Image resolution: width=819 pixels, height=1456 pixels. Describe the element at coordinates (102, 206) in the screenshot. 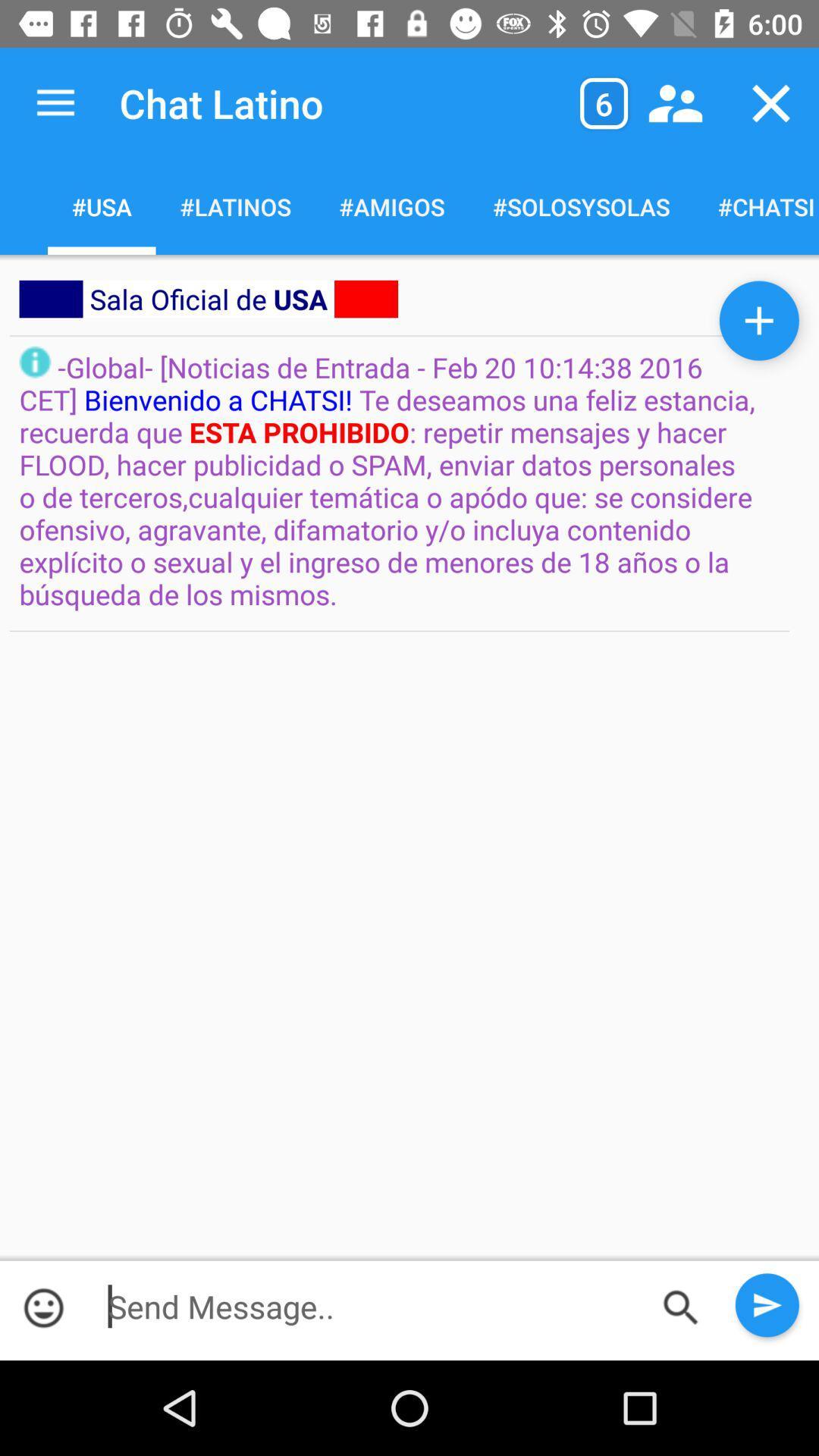

I see `usa` at that location.